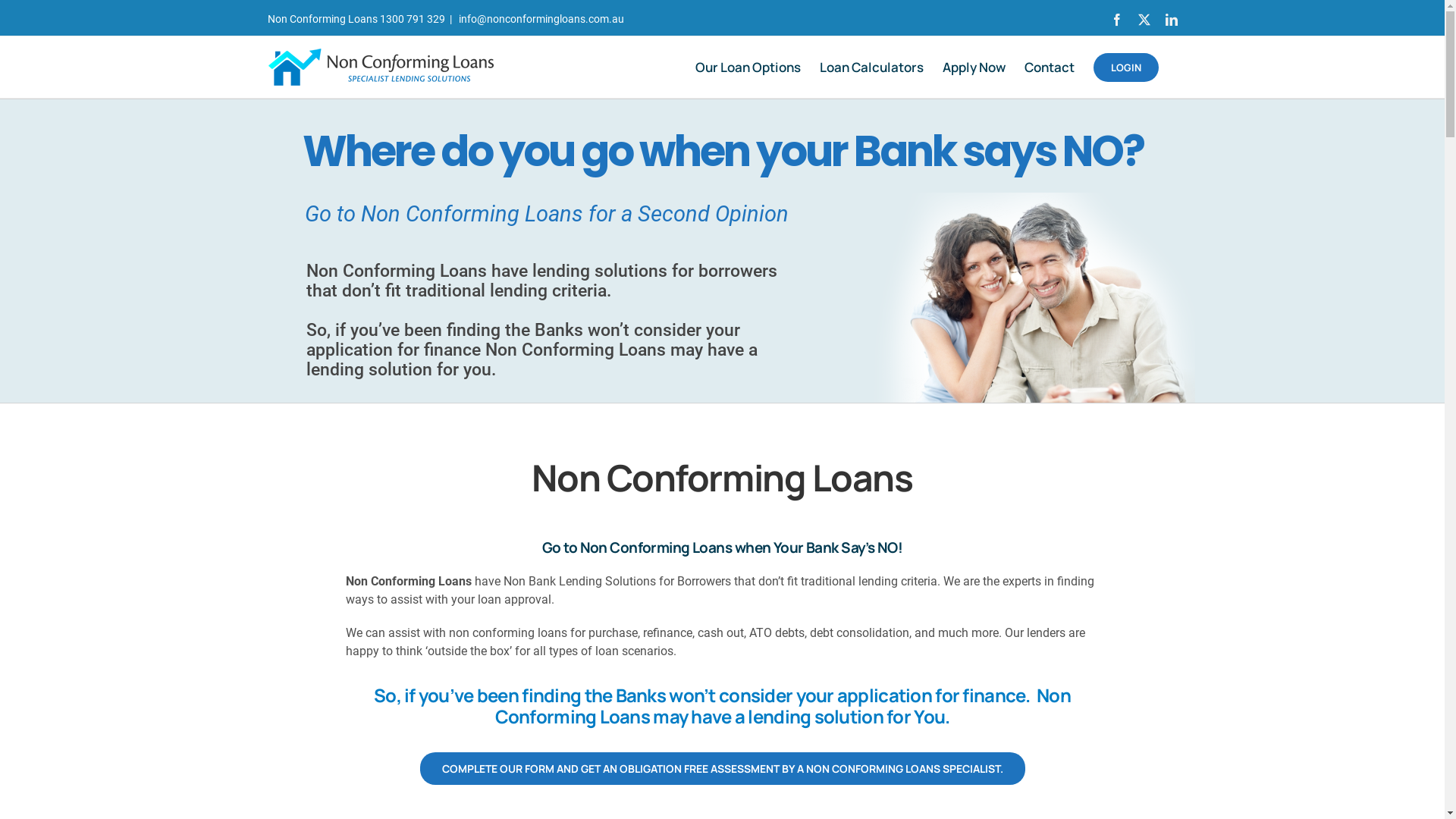  I want to click on 'Facebook', so click(1116, 20).